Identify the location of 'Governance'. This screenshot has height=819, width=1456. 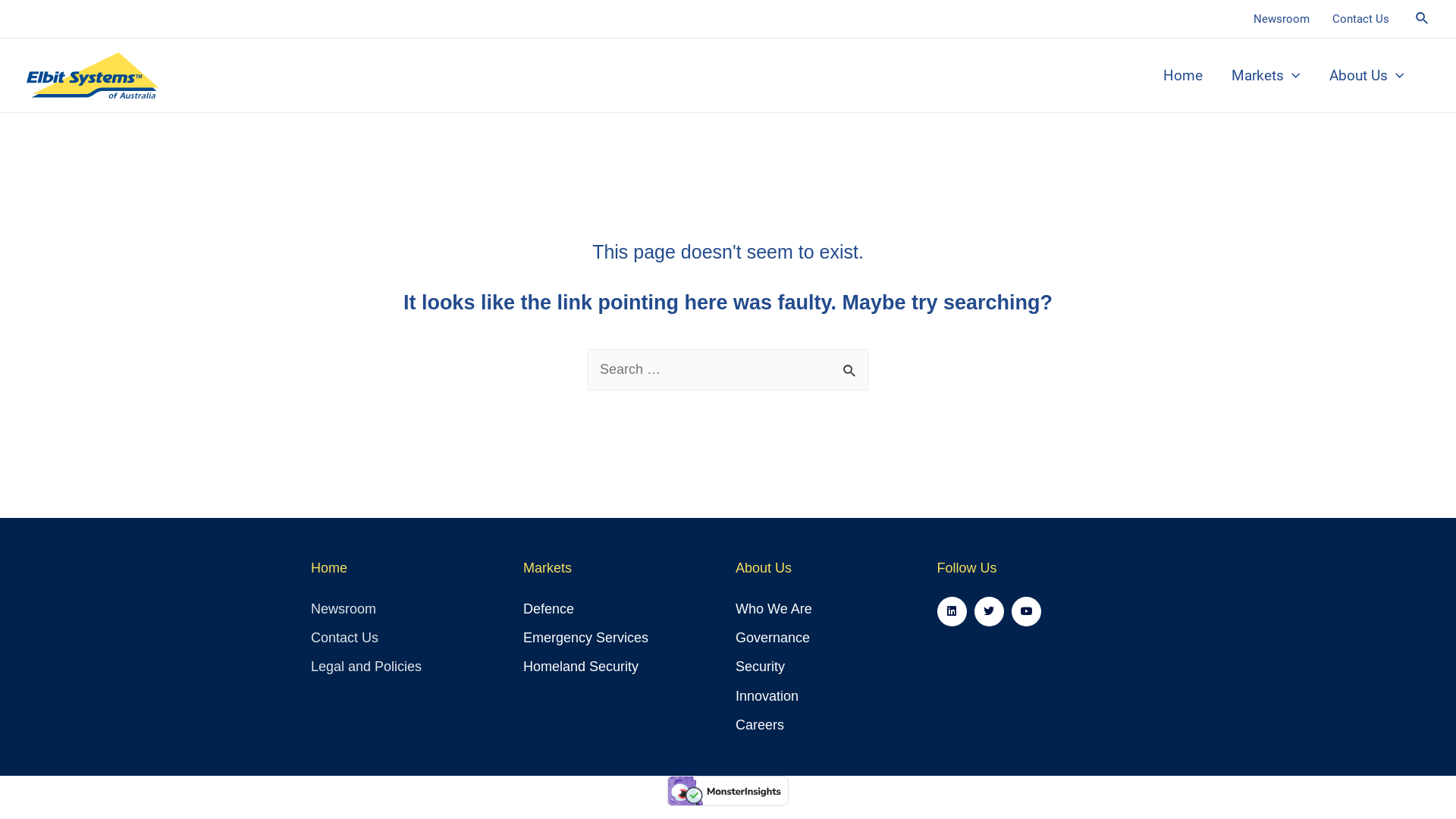
(800, 638).